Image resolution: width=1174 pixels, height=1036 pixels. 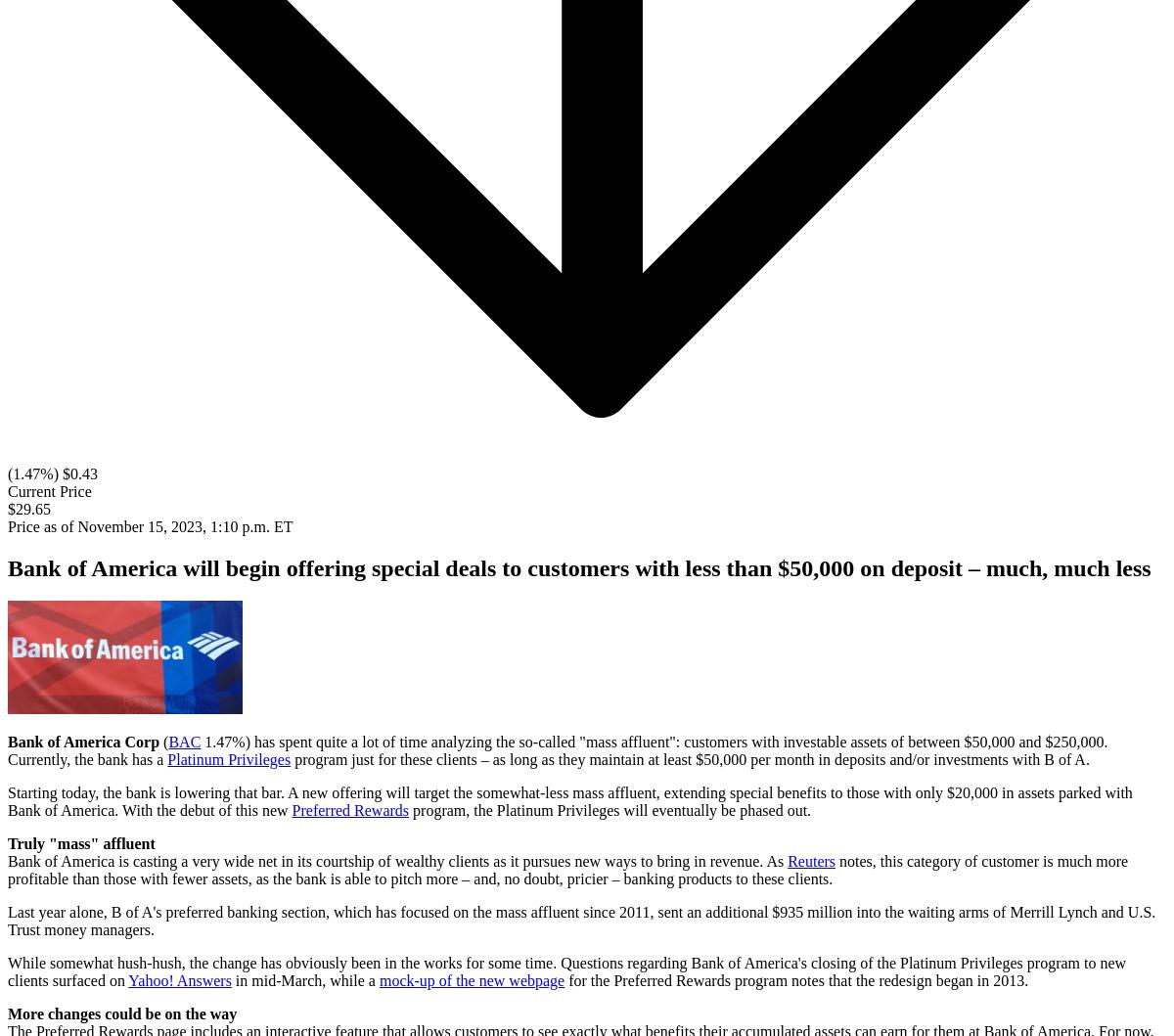 I want to click on 'Price as of November 15, 2023, 1:10 p.m. ET', so click(x=149, y=524).